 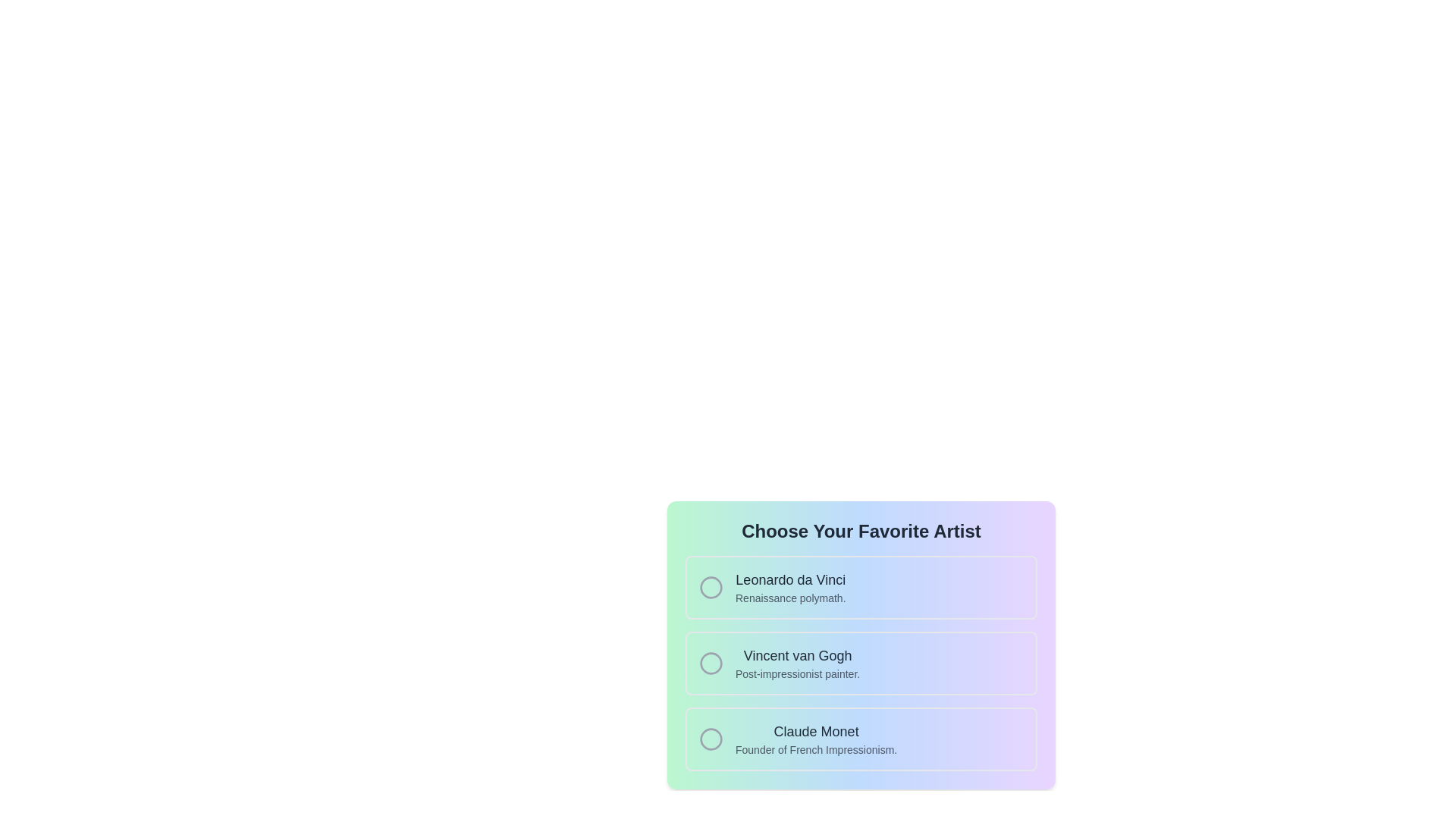 I want to click on the static text label displaying 'Founder of French Impressionism.' which is styled in smaller gray text and positioned below 'Claude Monet' in the 'Choose Your Favorite Artist' list, so click(x=815, y=748).